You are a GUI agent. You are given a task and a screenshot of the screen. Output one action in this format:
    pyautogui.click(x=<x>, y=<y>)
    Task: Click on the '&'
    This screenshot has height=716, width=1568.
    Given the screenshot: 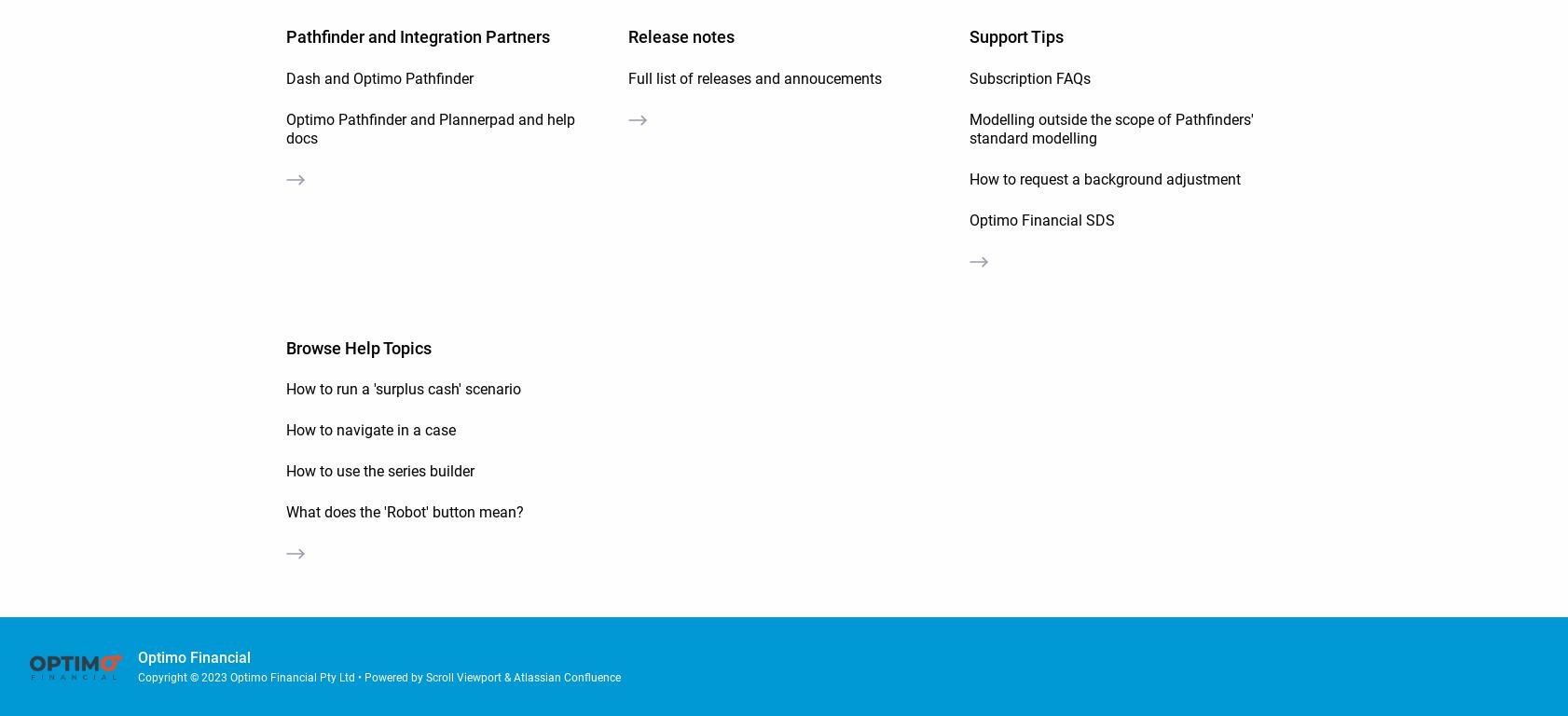 What is the action you would take?
    pyautogui.click(x=508, y=675)
    